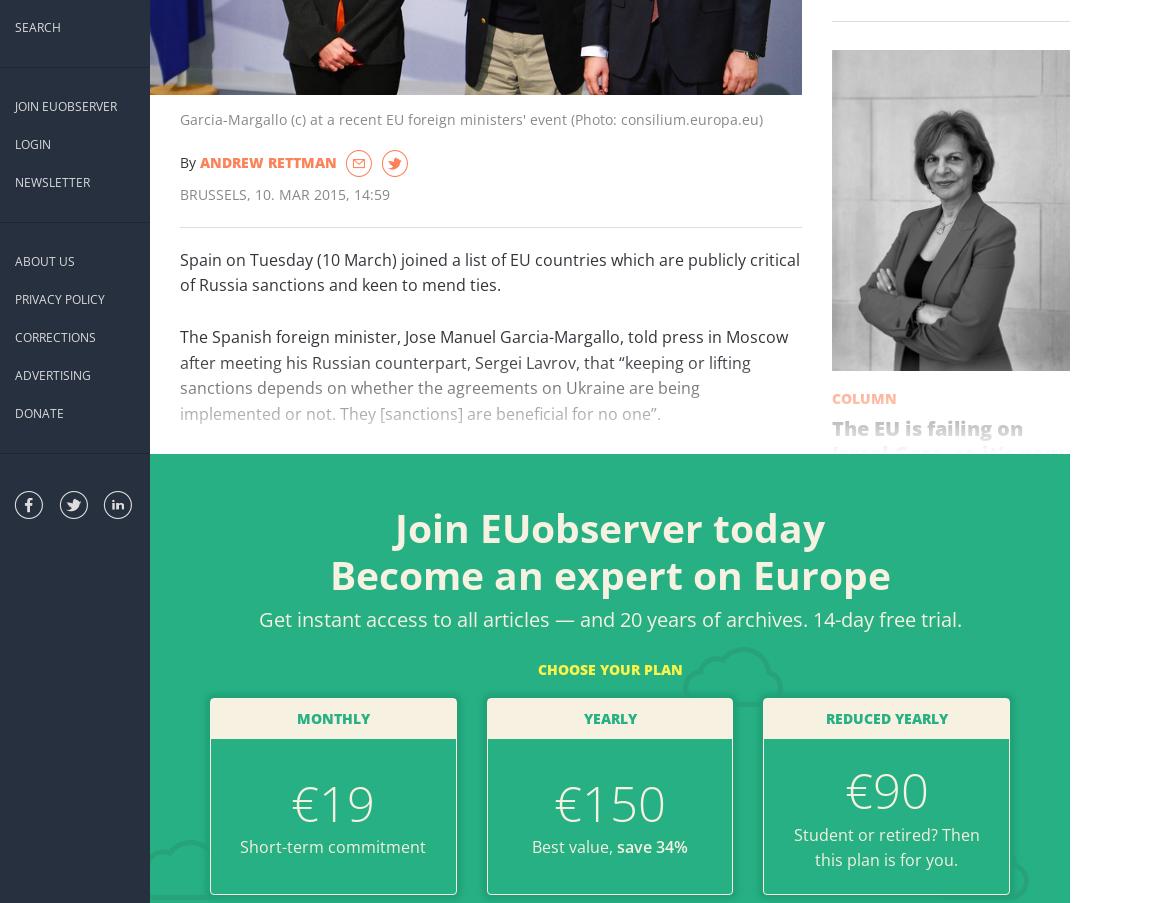 The width and height of the screenshot is (1150, 903). I want to click on 'The lack of EU common ground on ending Gaza's intolerable tragedy makes it essential that member states which want a ceasefire break free of the EU institutional straitjacket and take urgent action on a national level.', so click(829, 596).